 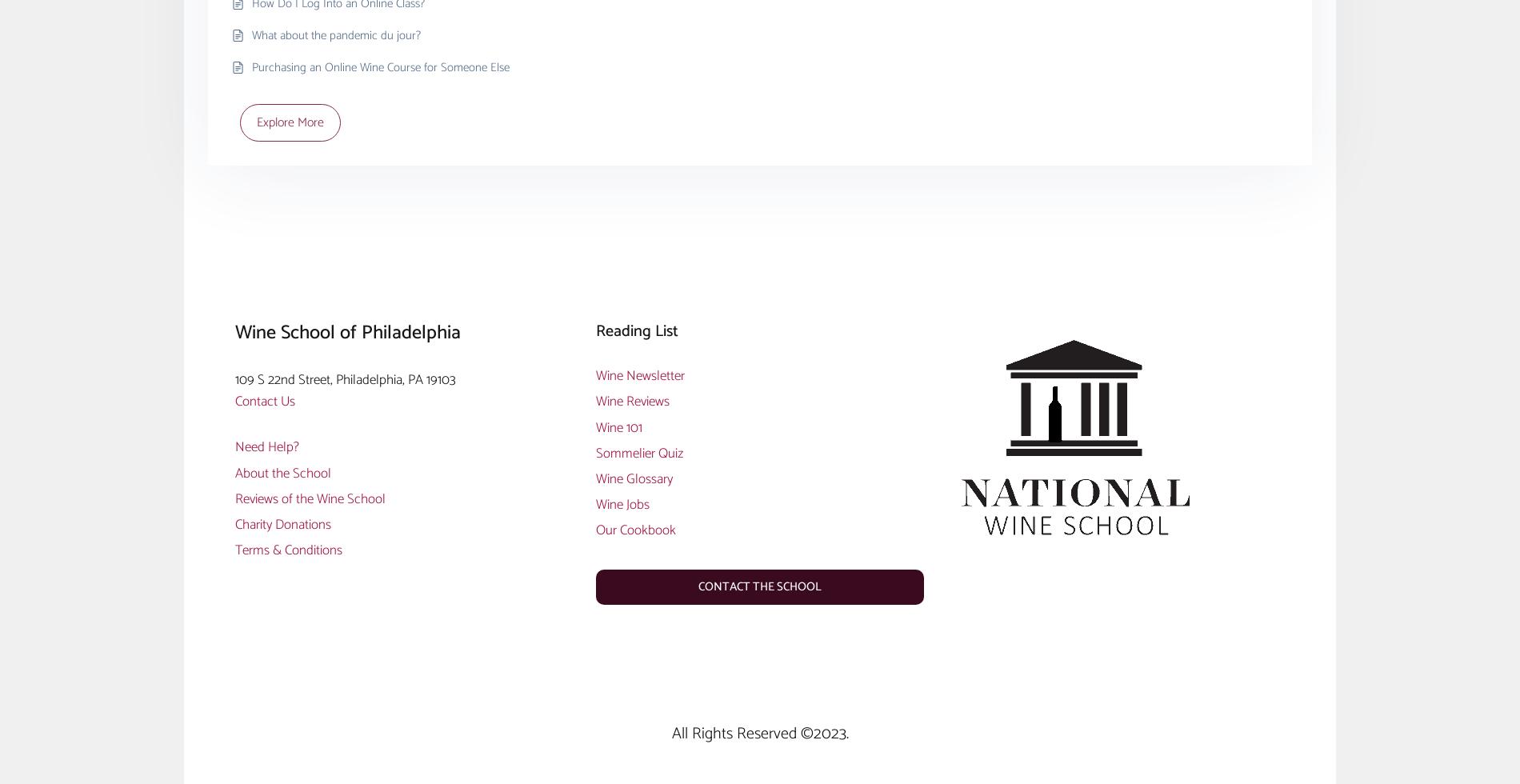 I want to click on 'What about the pandemic du jour?', so click(x=335, y=34).